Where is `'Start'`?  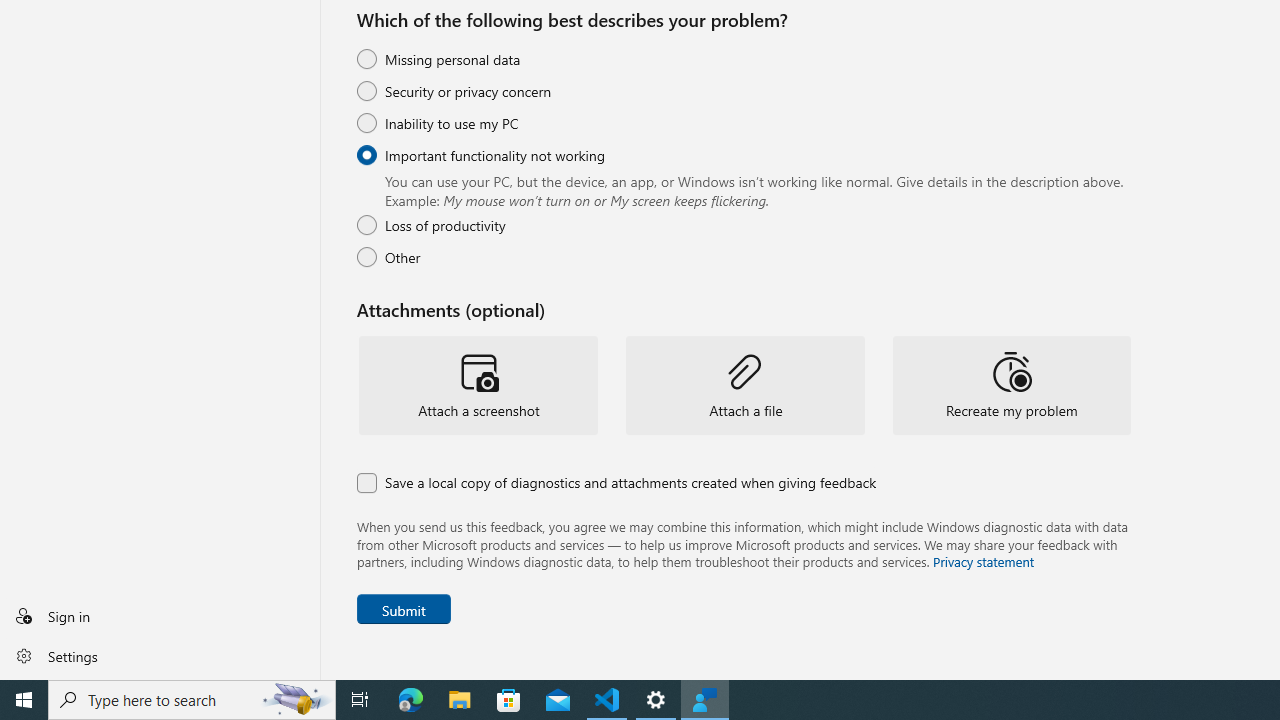
'Start' is located at coordinates (24, 698).